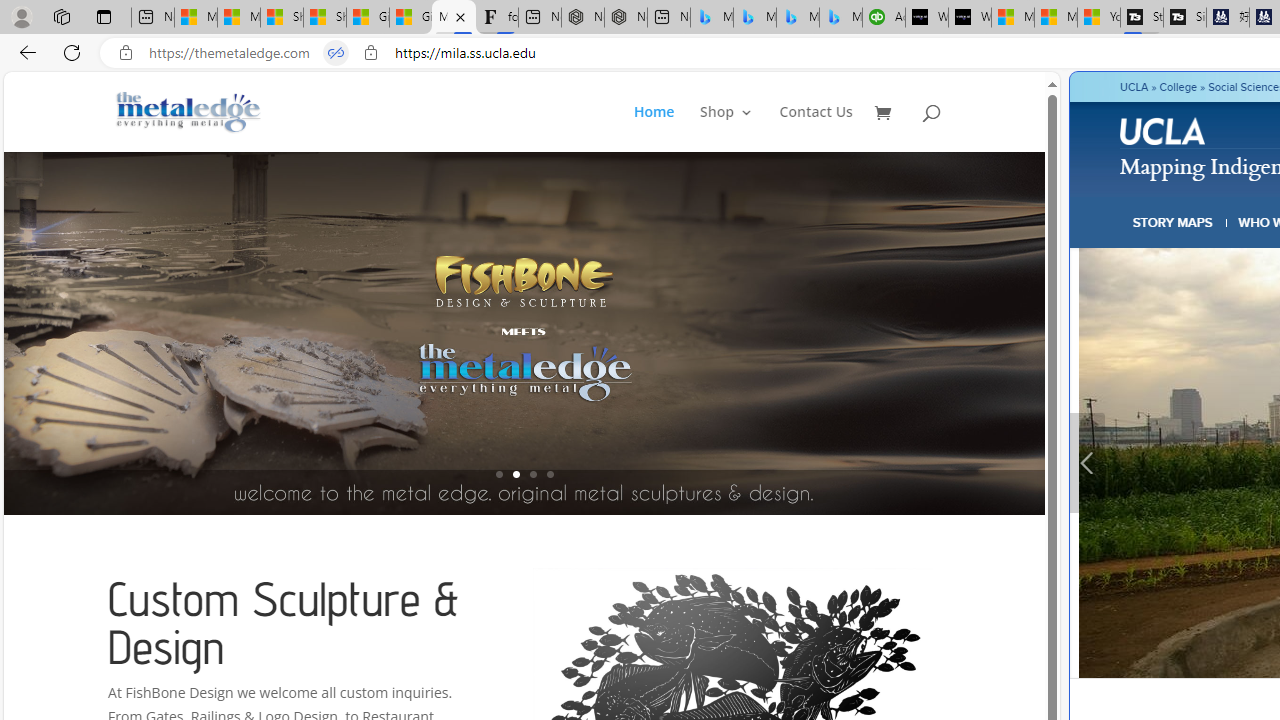  What do you see at coordinates (515, 474) in the screenshot?
I see `'2'` at bounding box center [515, 474].